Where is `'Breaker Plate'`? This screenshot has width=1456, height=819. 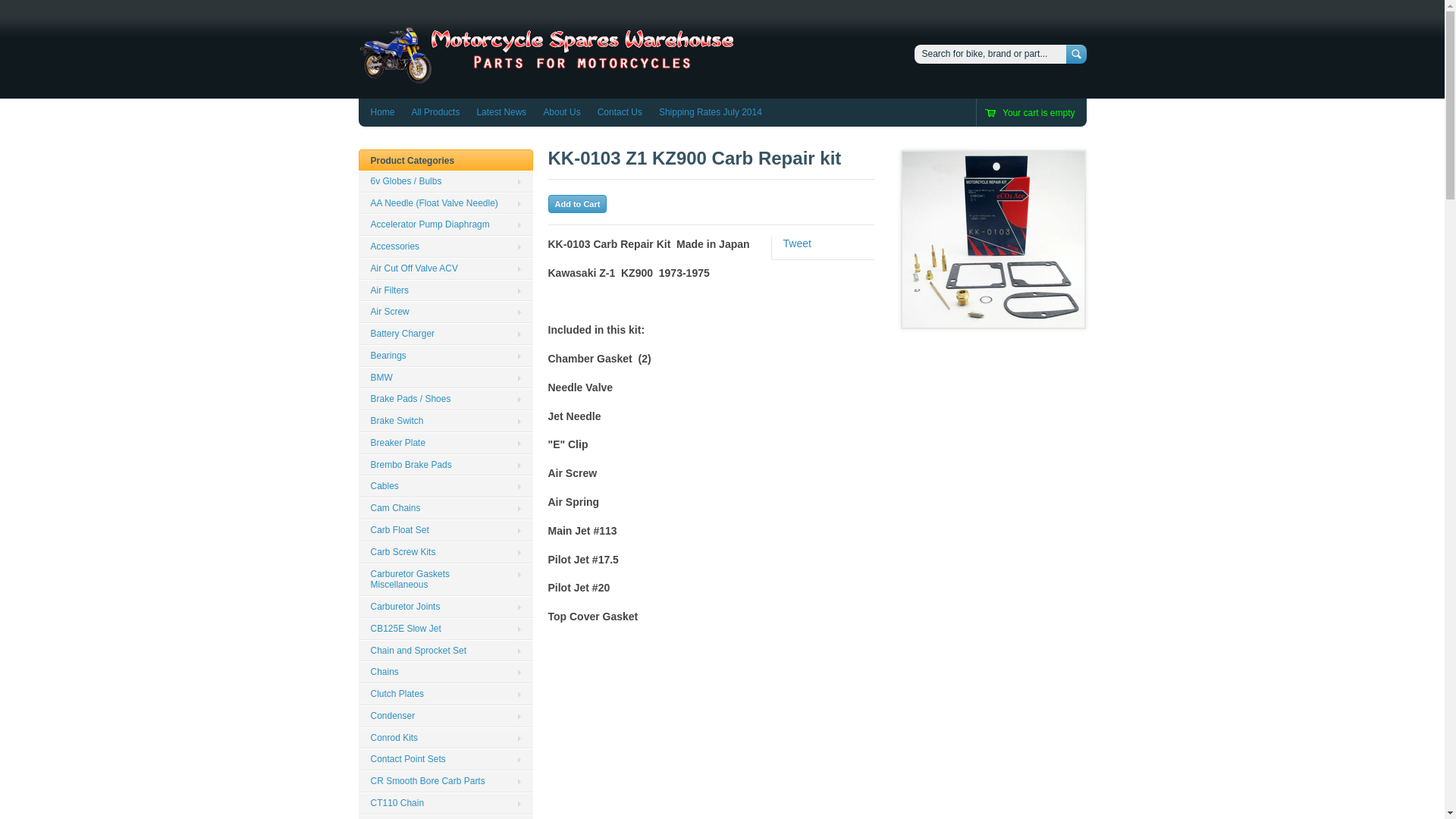
'Breaker Plate' is located at coordinates (444, 443).